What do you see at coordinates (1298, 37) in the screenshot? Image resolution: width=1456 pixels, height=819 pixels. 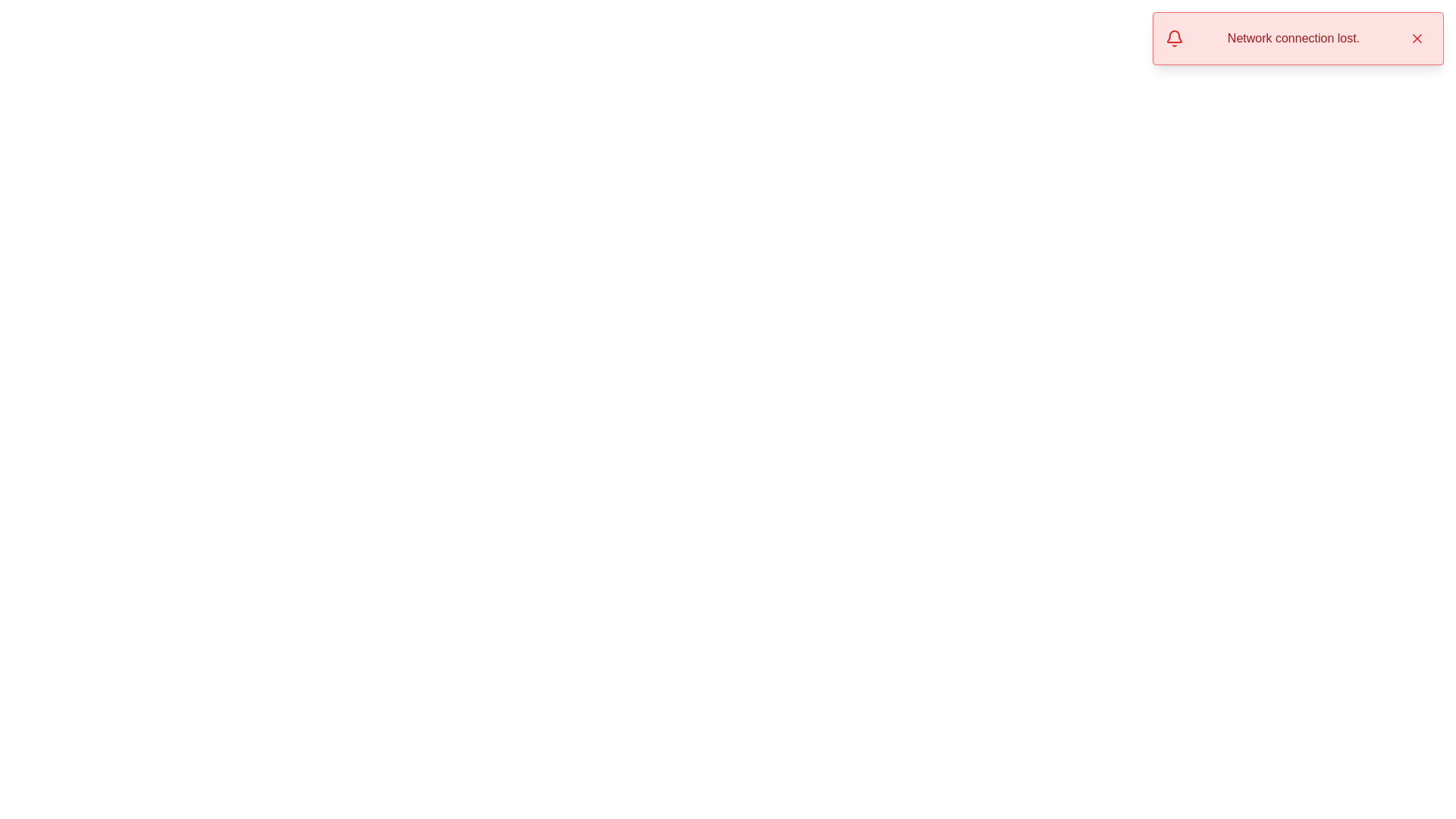 I see `the notification displayed in the top-right corner of the interface that indicates 'Network connection lost.'` at bounding box center [1298, 37].